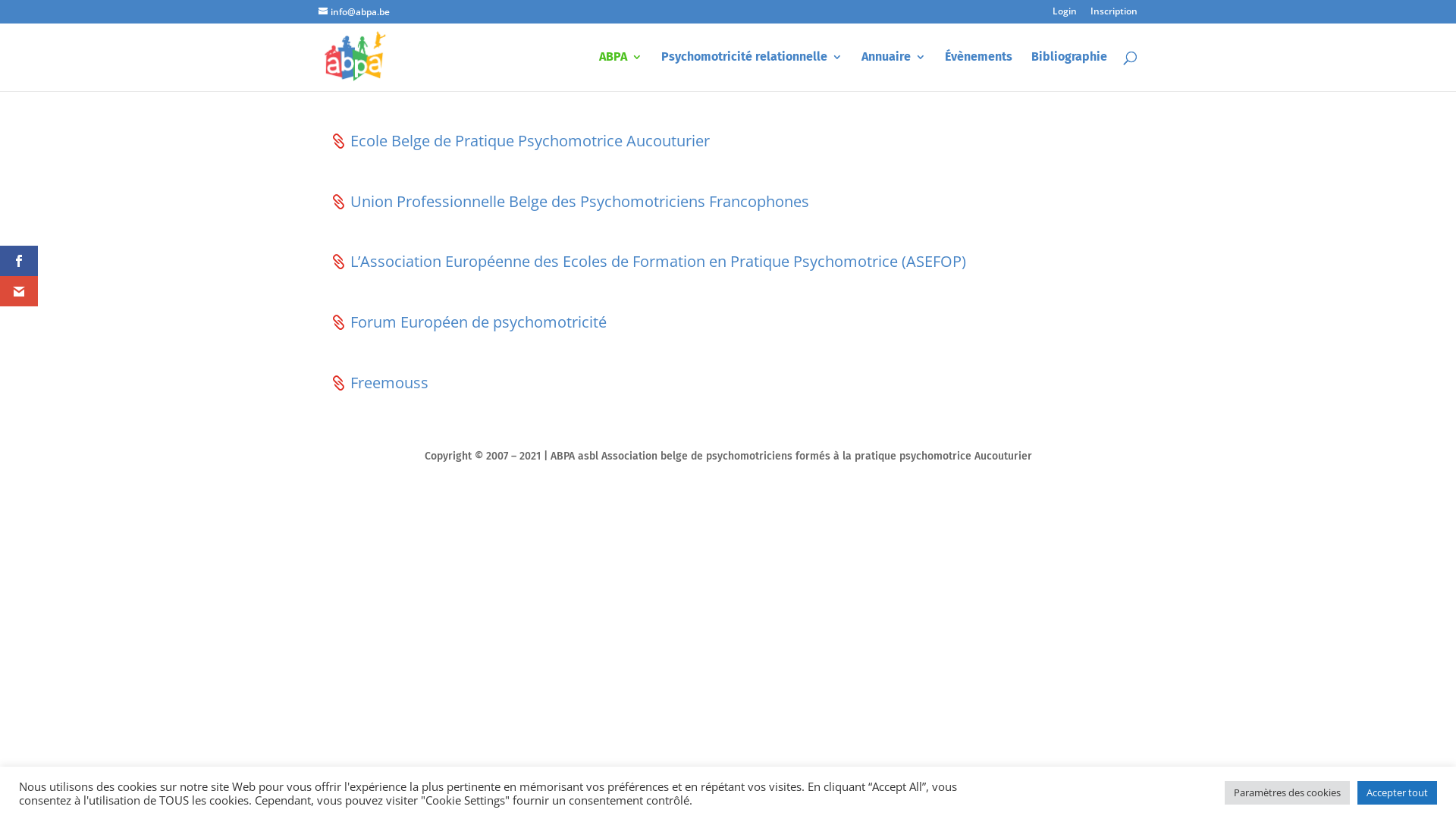 The width and height of the screenshot is (1456, 819). What do you see at coordinates (620, 71) in the screenshot?
I see `'ABPA'` at bounding box center [620, 71].